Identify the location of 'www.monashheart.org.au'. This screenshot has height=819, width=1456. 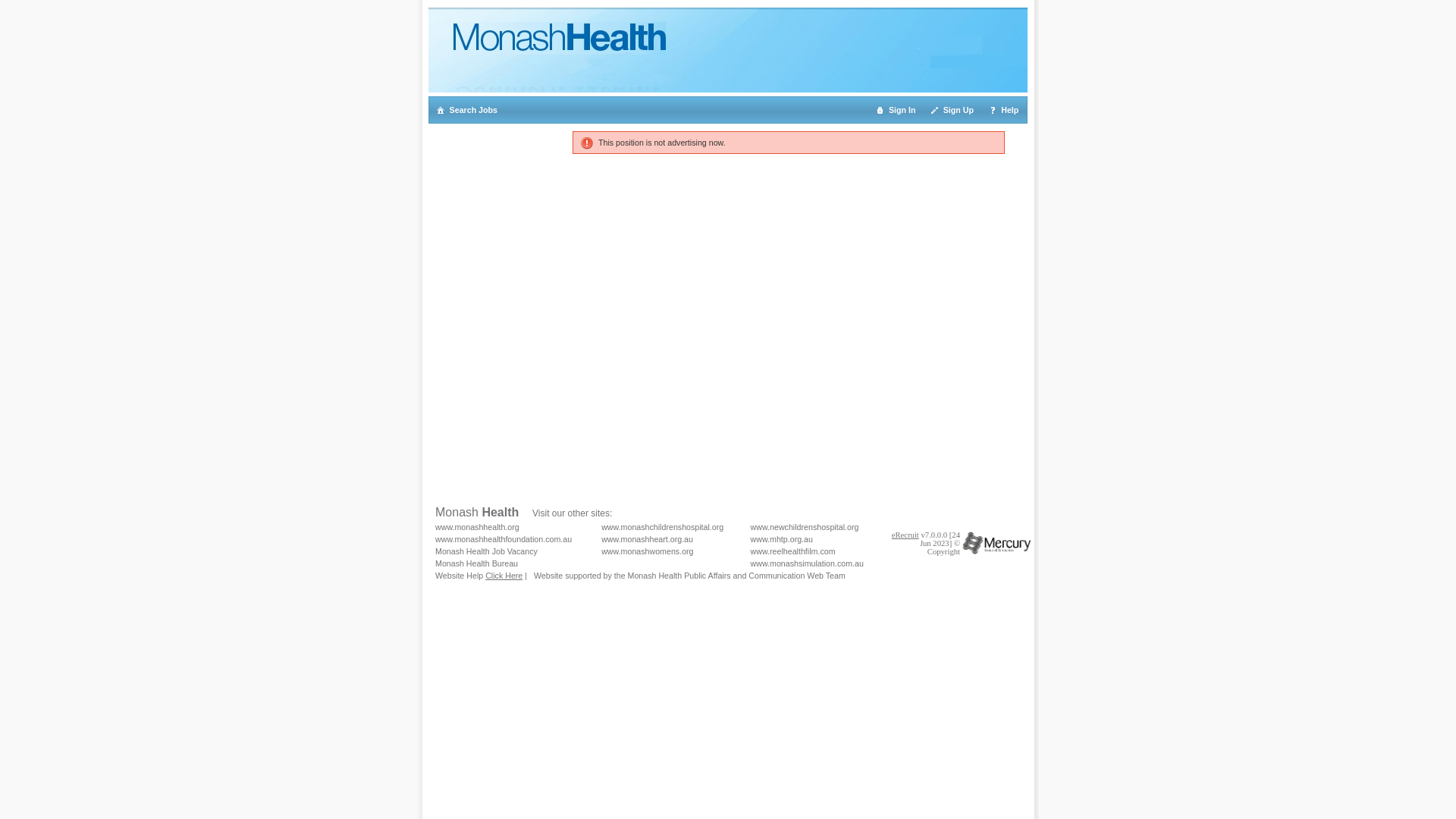
(647, 538).